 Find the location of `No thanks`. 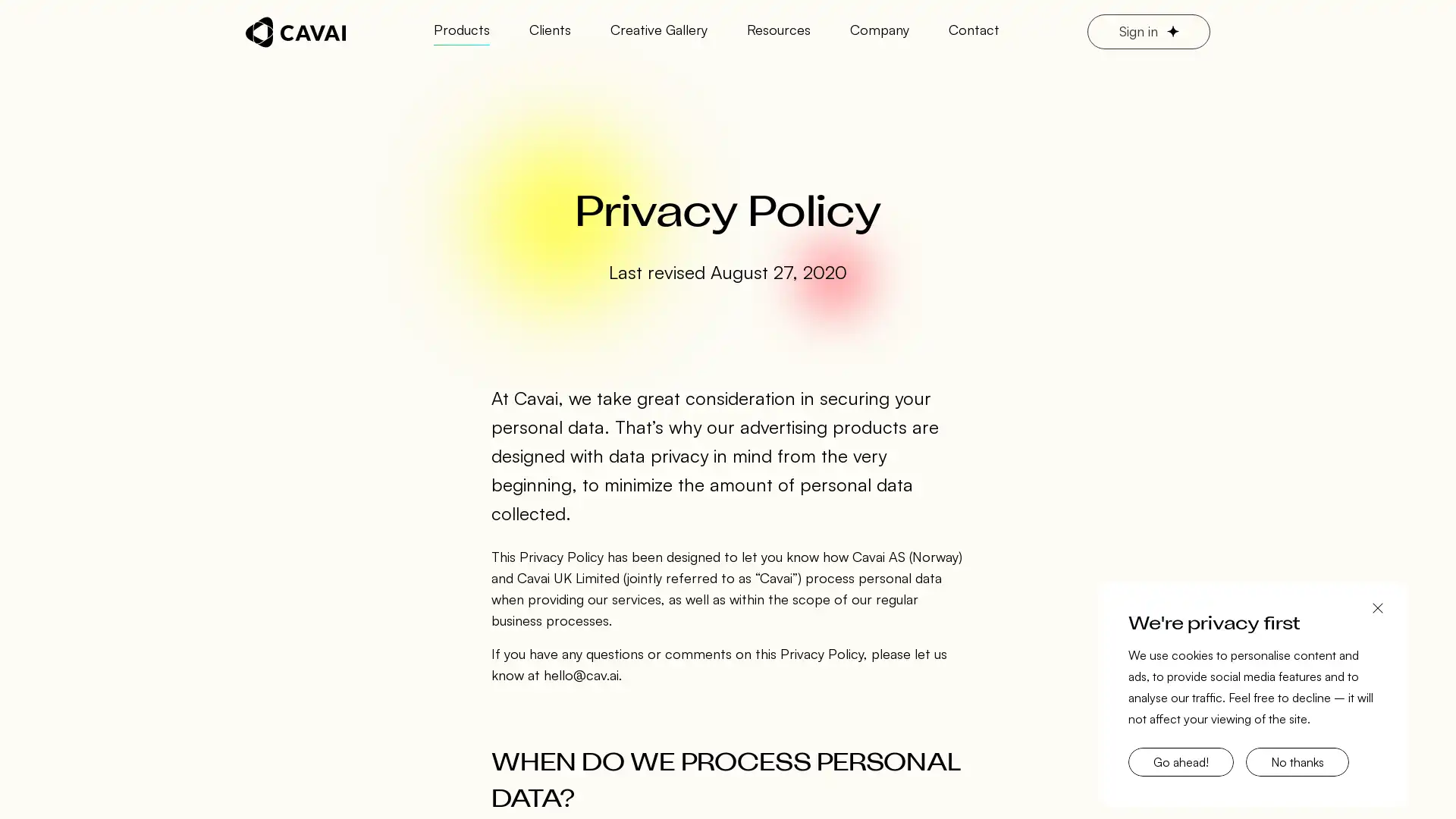

No thanks is located at coordinates (1296, 762).